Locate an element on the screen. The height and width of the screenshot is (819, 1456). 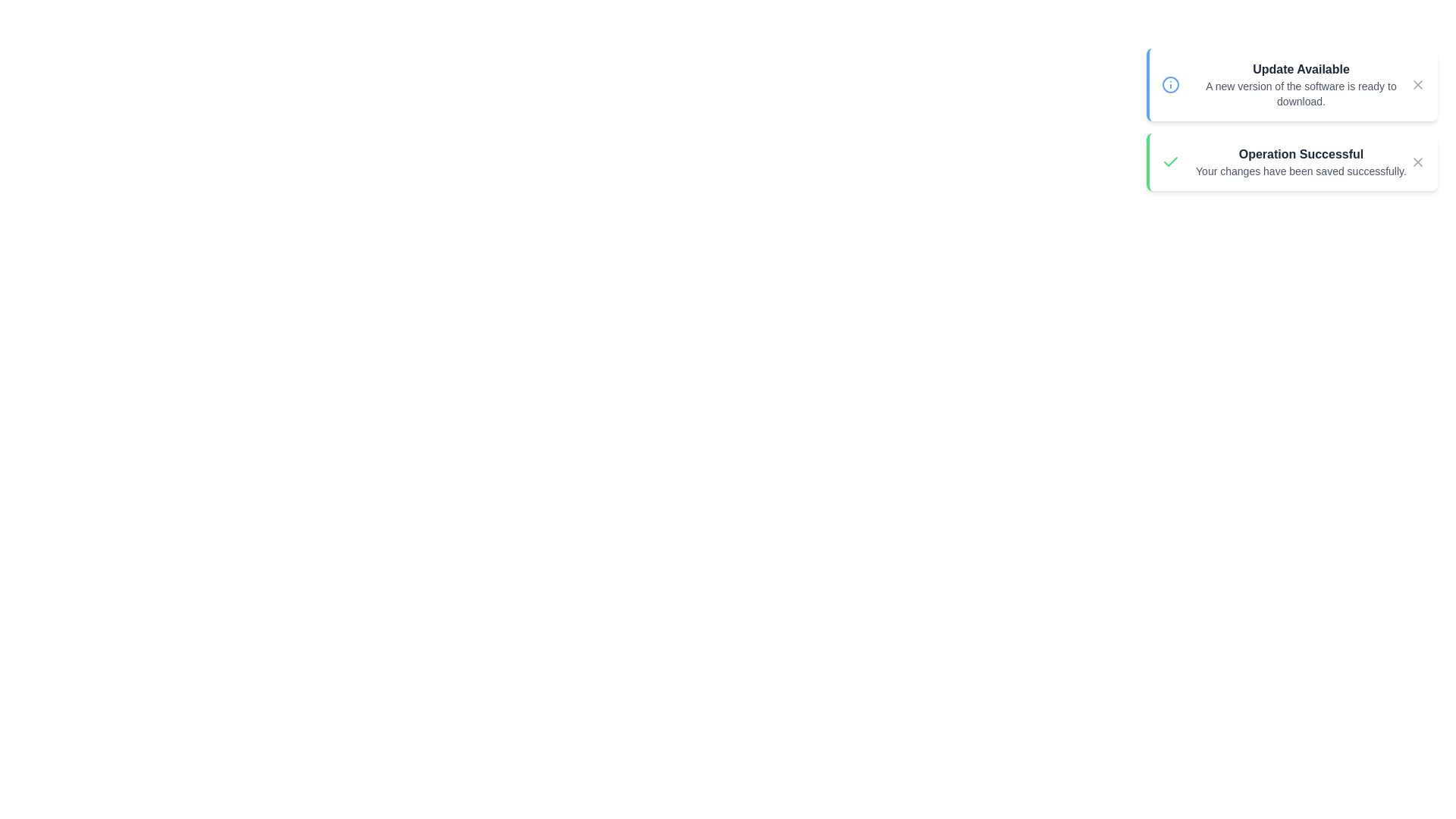
the close button in the top-right corner of the 'Operation Successful' notification panel to change its appearance is located at coordinates (1417, 162).